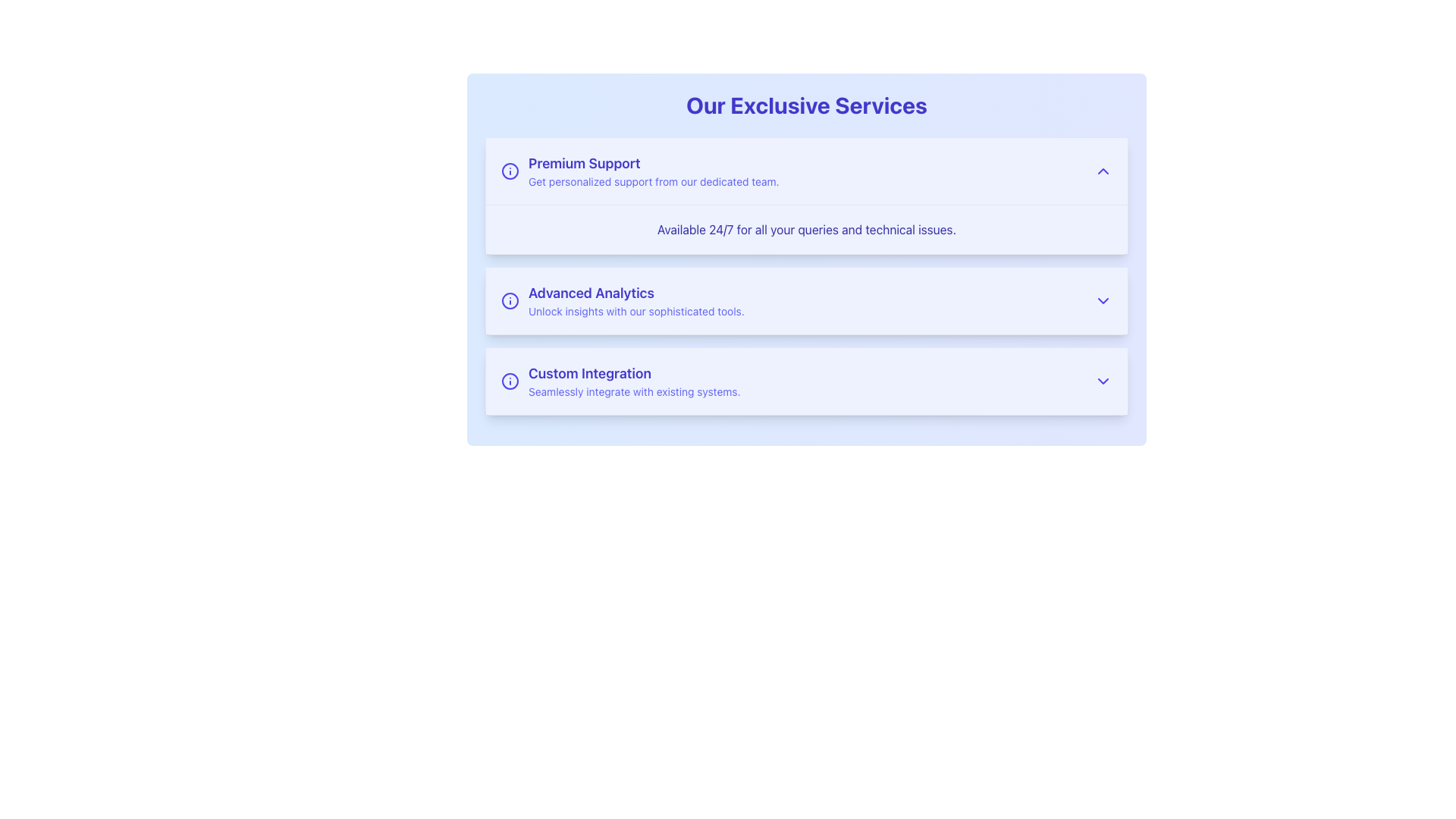 The image size is (1456, 819). Describe the element at coordinates (654, 180) in the screenshot. I see `the informational text located in the 'Premium Support' section, directly below the header and aligned flush left with the heading` at that location.